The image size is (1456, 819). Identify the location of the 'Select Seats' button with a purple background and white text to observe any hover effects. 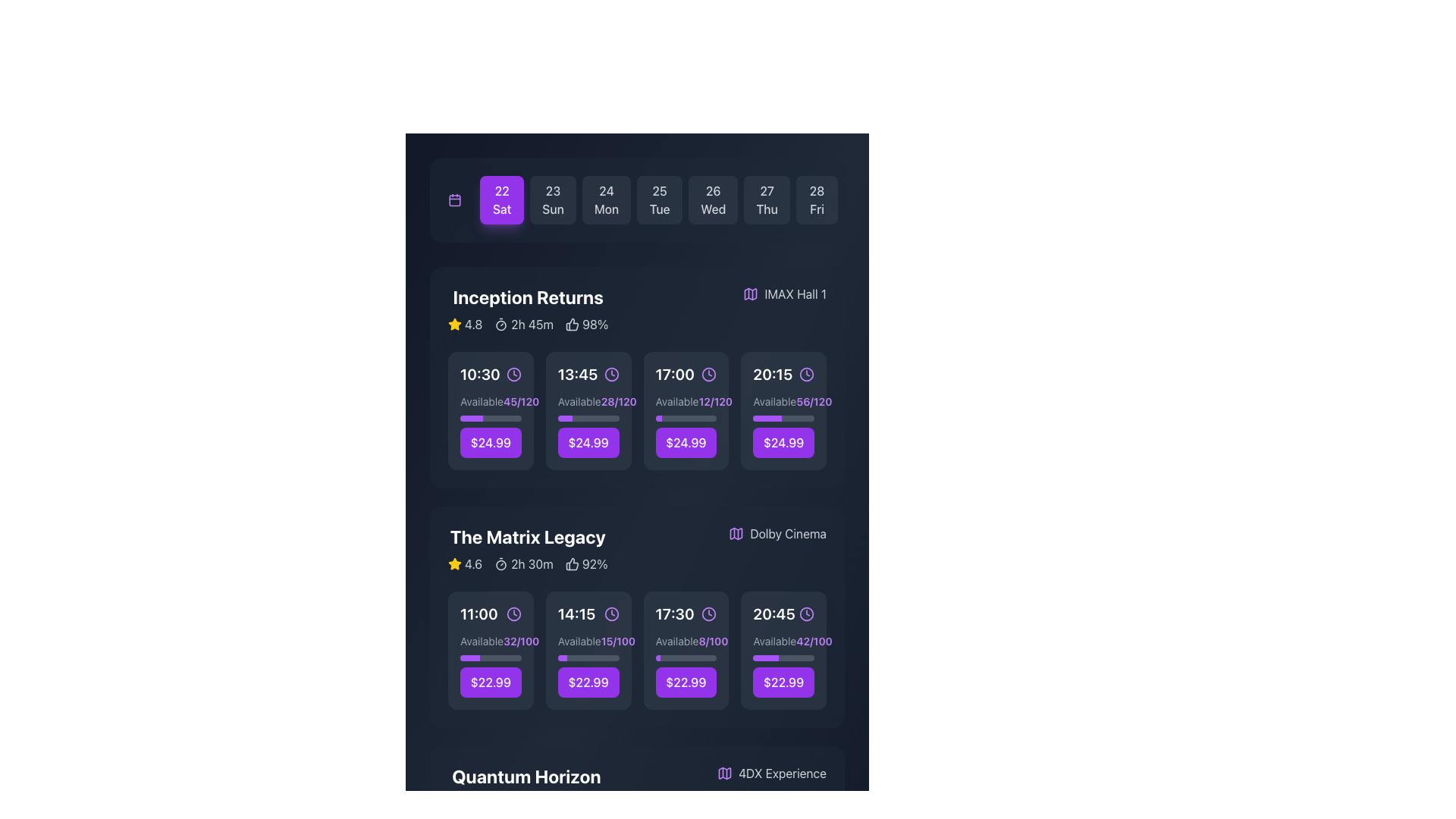
(498, 411).